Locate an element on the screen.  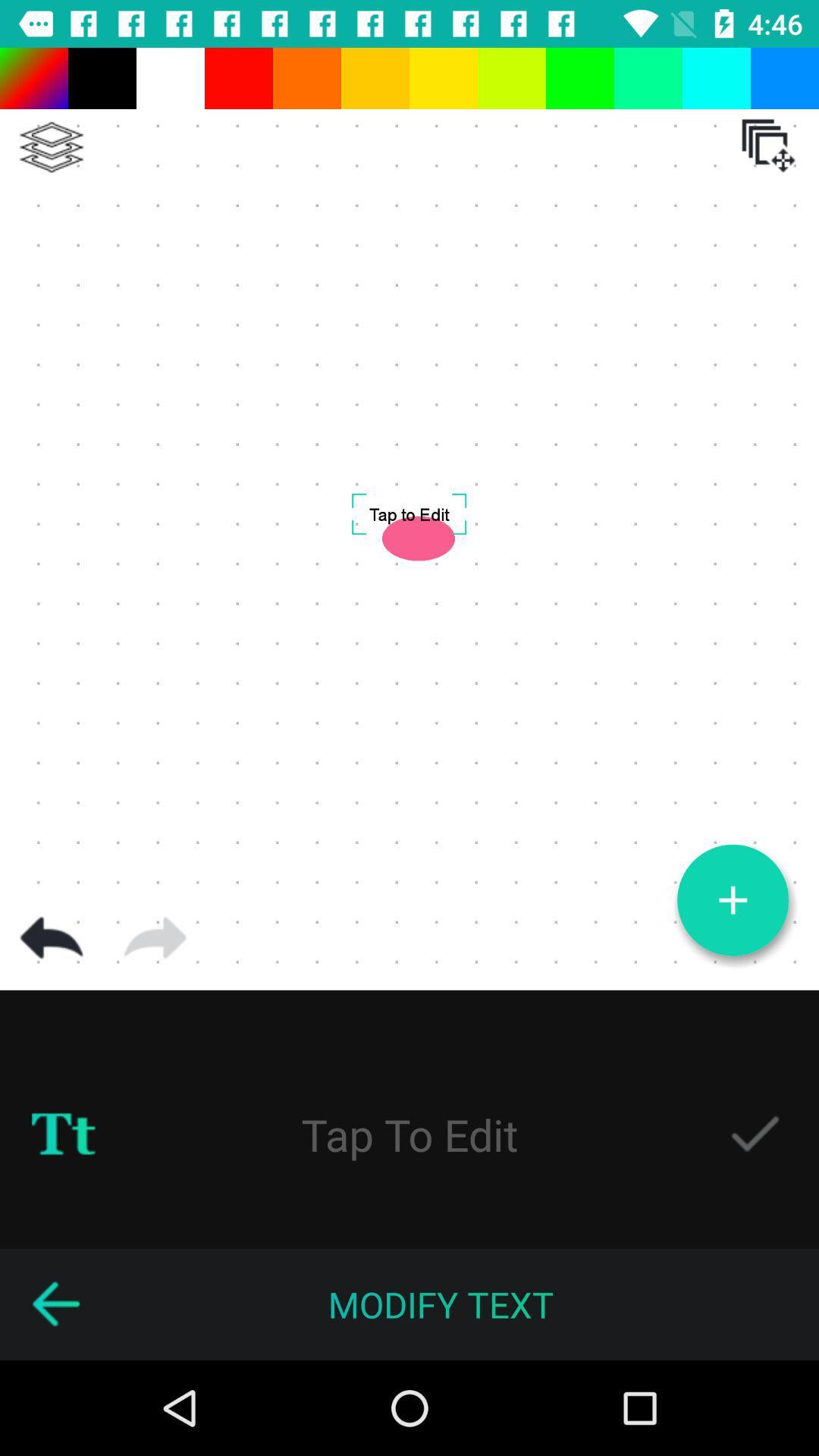
tap to edit is located at coordinates (409, 1134).